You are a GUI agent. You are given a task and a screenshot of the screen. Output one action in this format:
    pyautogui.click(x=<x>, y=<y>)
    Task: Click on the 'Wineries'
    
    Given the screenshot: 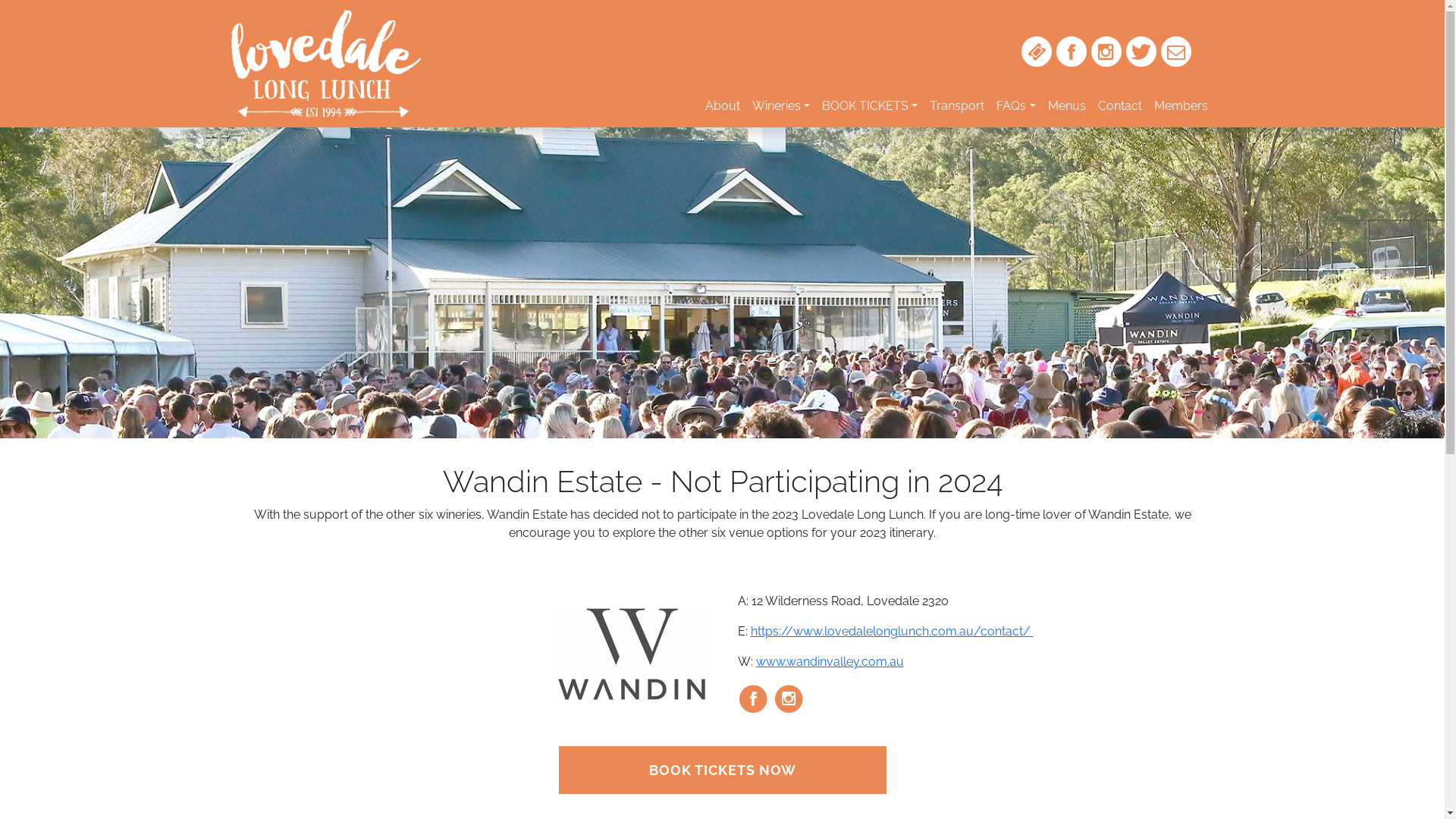 What is the action you would take?
    pyautogui.click(x=781, y=105)
    